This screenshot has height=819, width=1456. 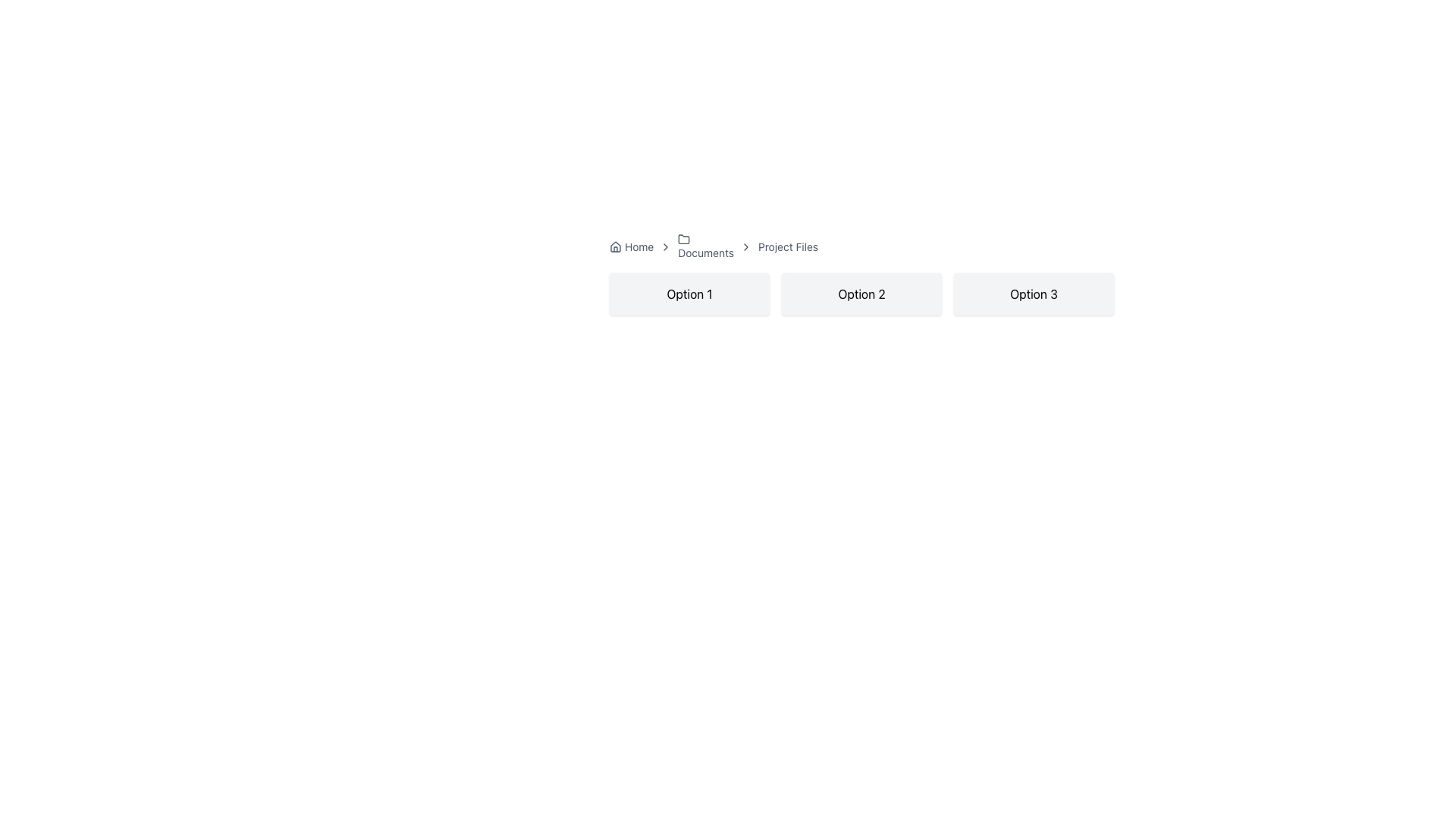 I want to click on any button within the grid of options located beneath the breadcrumb navigation bar labeled 'Home > Documents > Project Files.', so click(x=861, y=294).